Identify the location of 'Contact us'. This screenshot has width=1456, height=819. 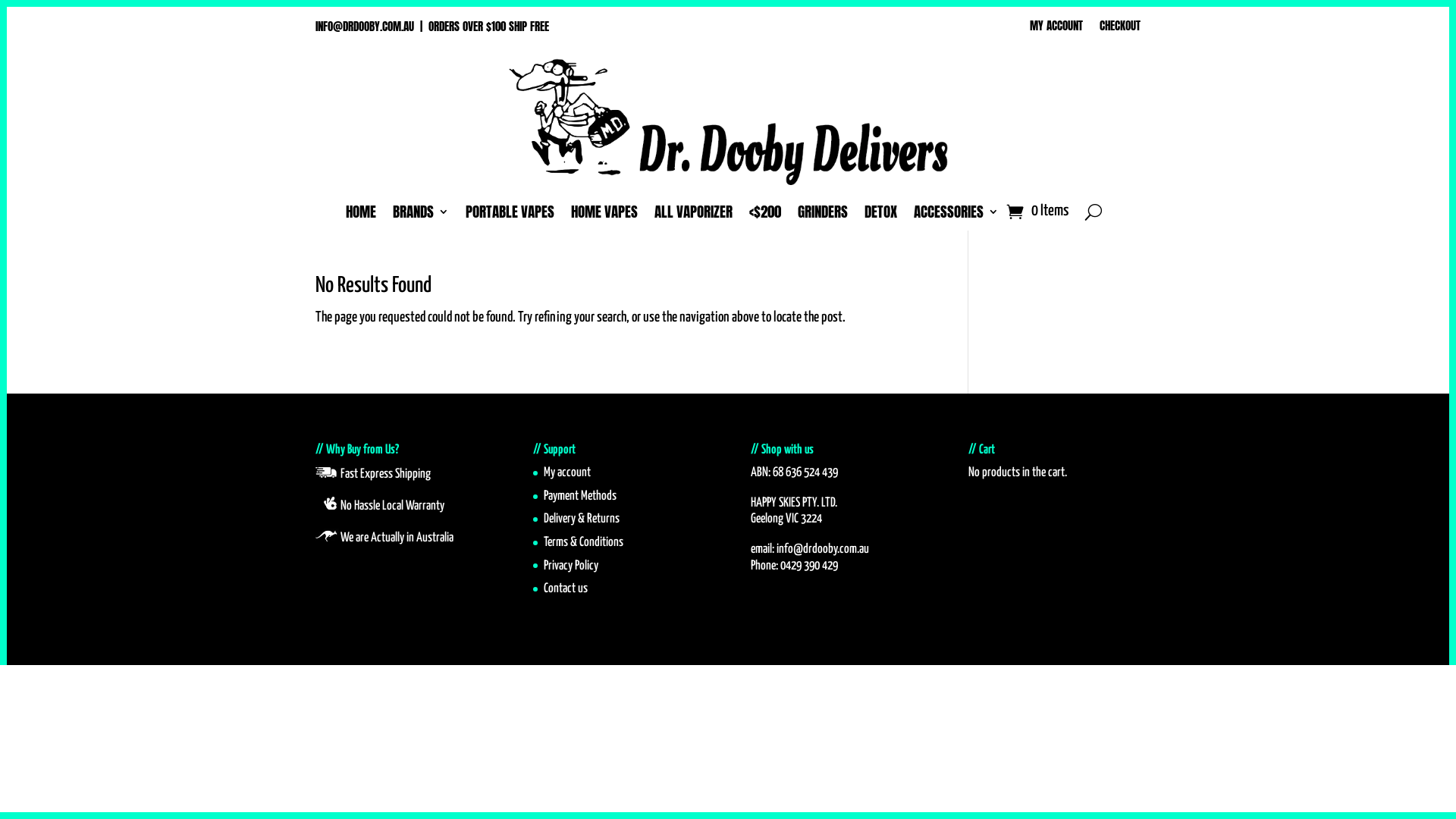
(564, 588).